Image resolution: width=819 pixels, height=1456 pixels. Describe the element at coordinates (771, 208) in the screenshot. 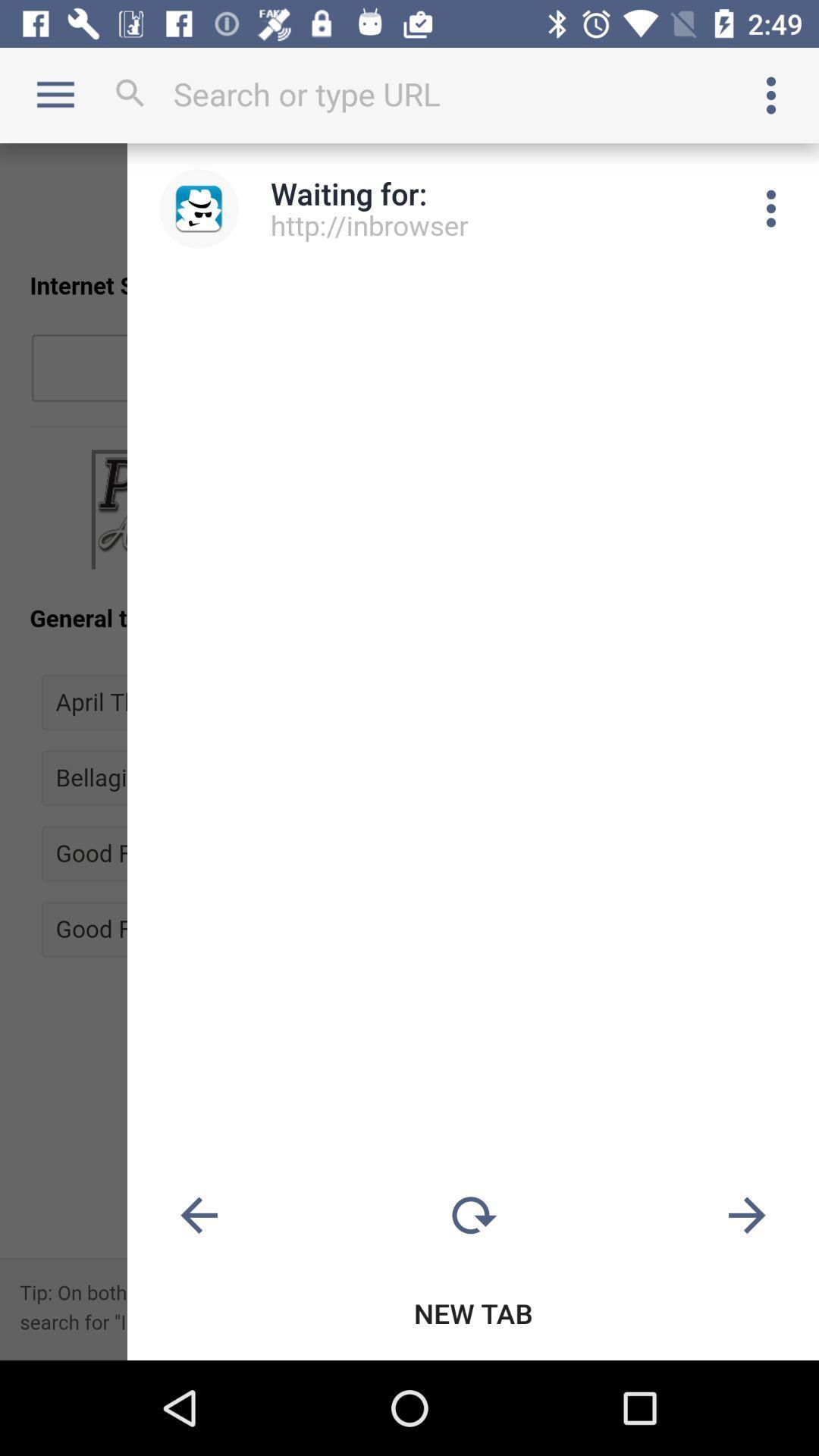

I see `open share settings` at that location.